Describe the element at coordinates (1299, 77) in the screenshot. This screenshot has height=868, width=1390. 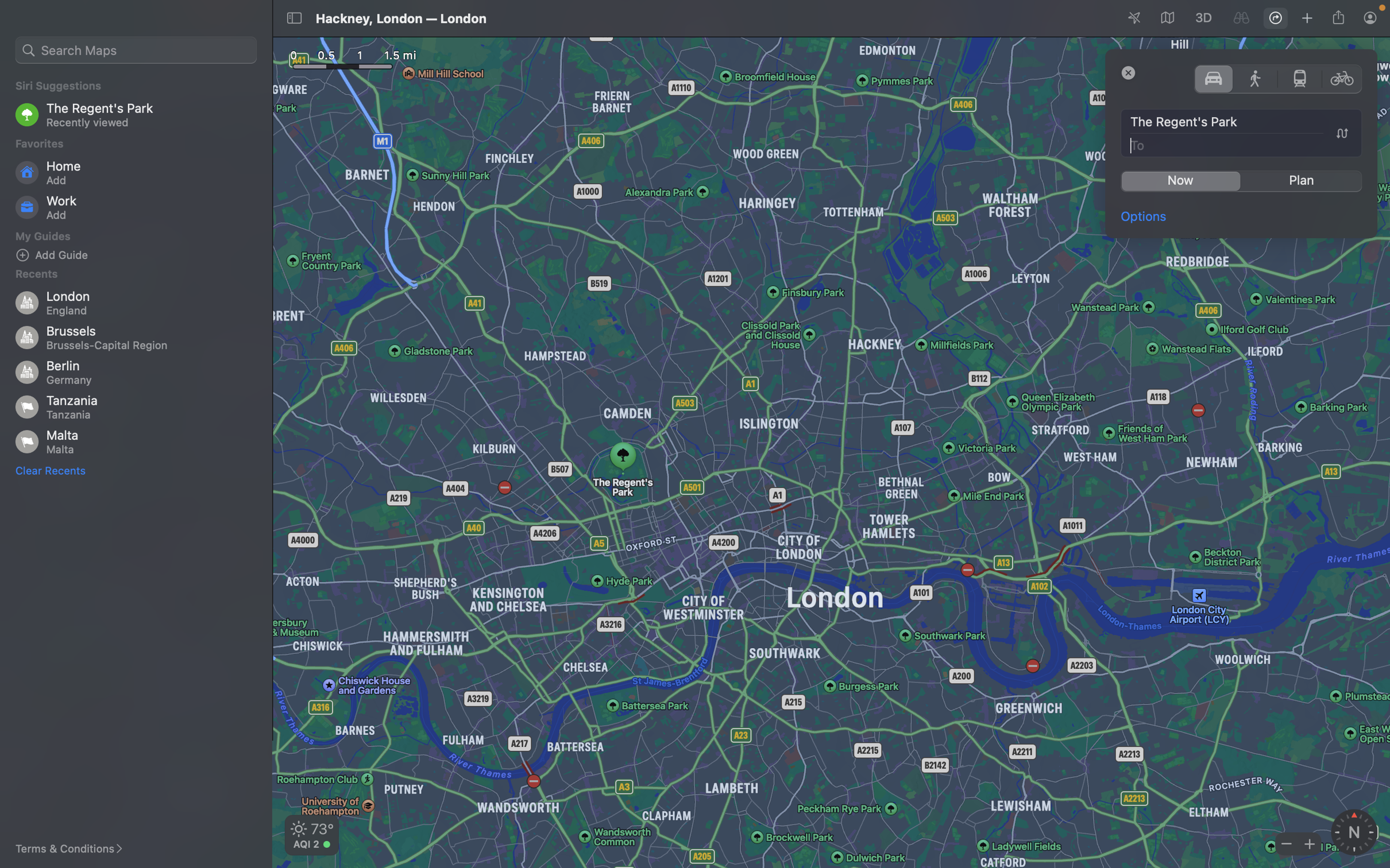
I see `transportation mode to public transit` at that location.